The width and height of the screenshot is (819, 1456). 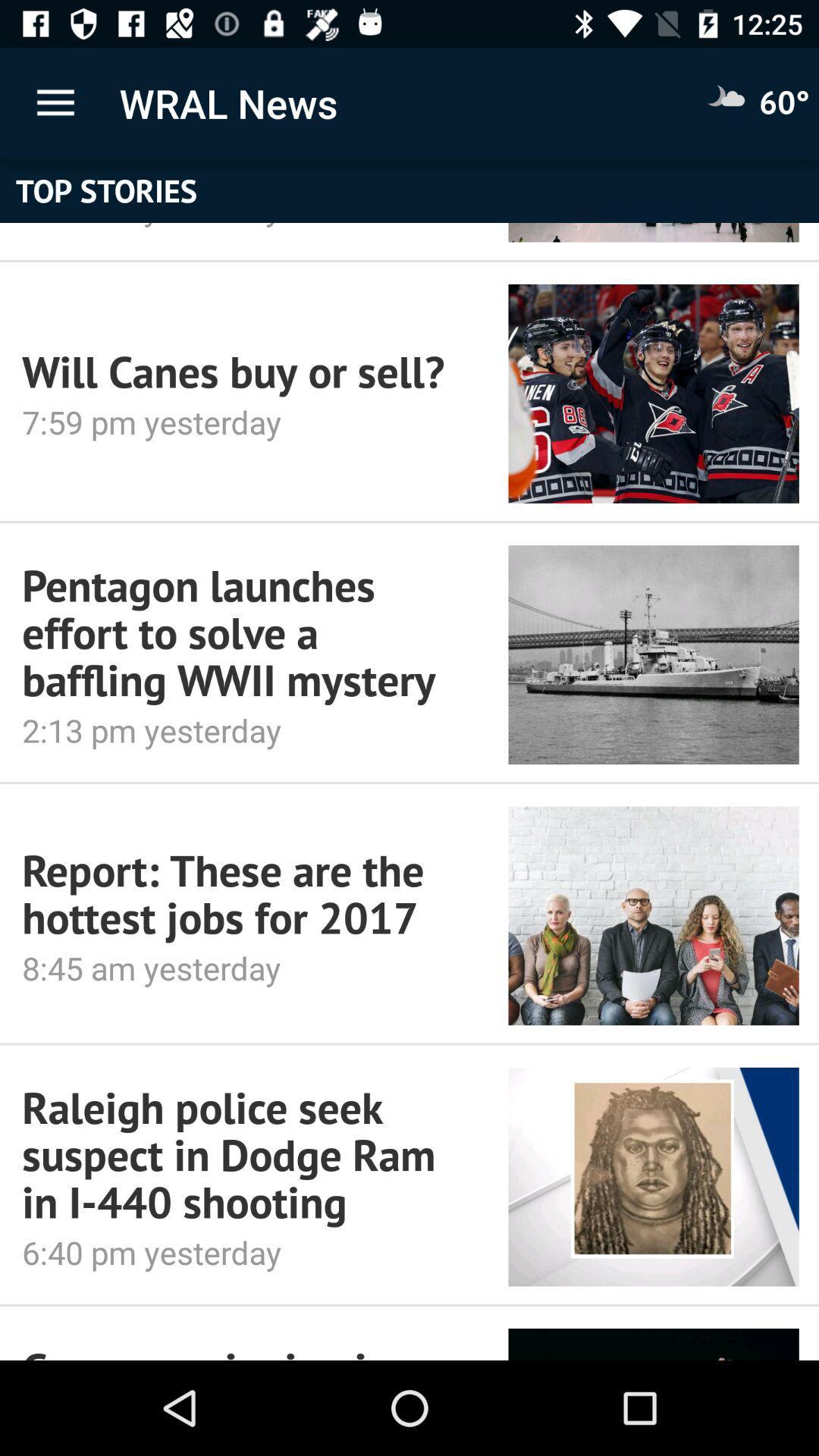 What do you see at coordinates (55, 102) in the screenshot?
I see `icon above top stories icon` at bounding box center [55, 102].